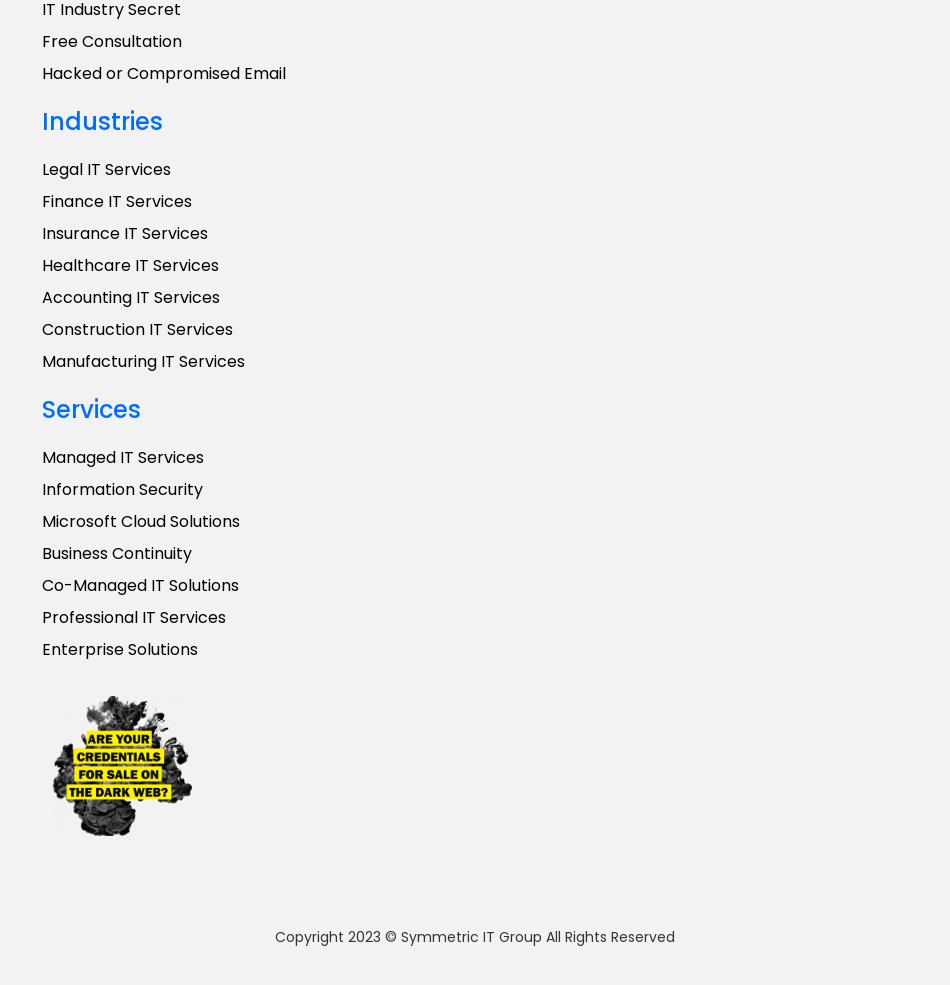 This screenshot has width=950, height=985. I want to click on 'Information Security', so click(122, 488).